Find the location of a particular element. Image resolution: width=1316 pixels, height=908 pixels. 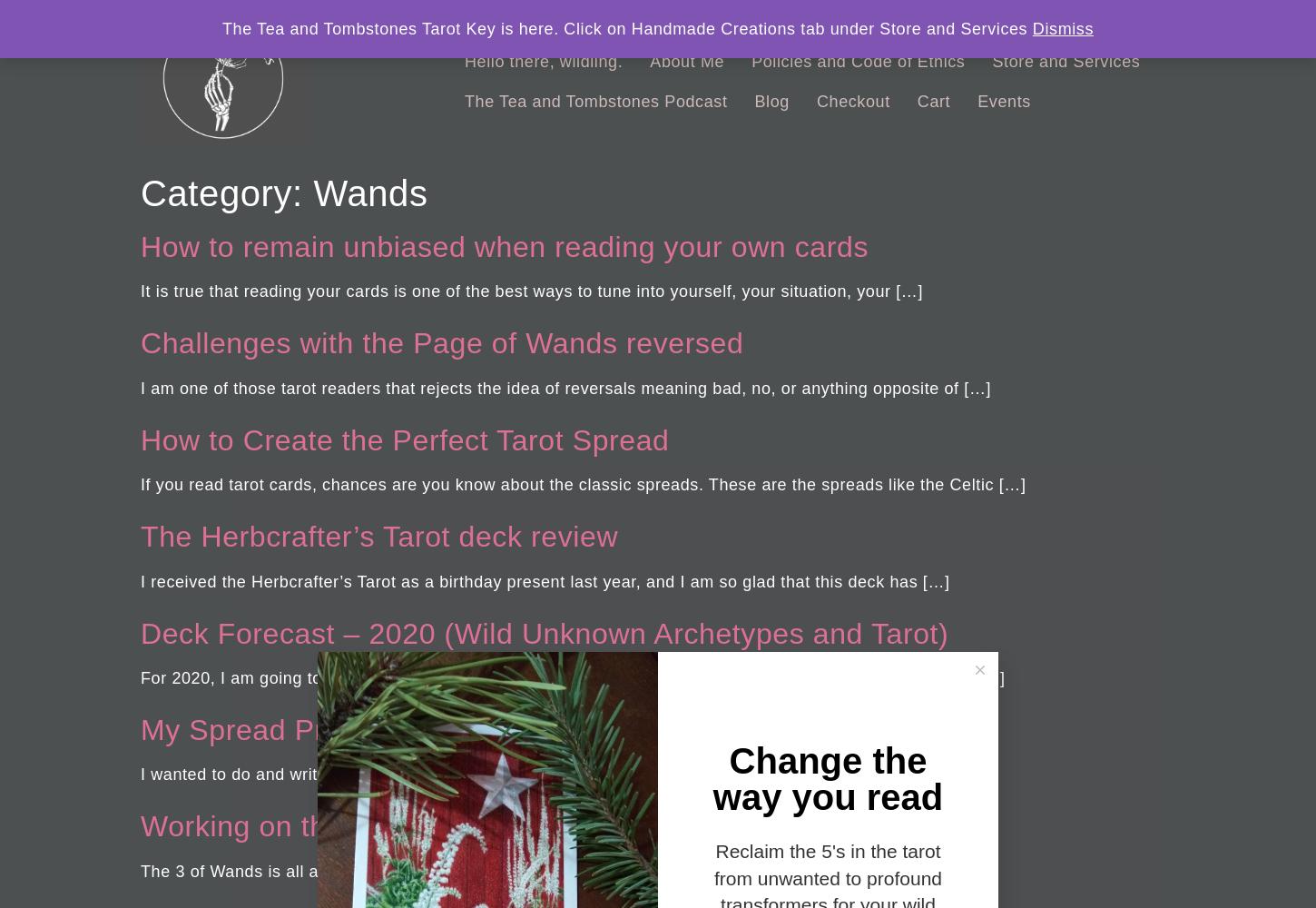

'The 3 of Wands is all about stepping into your present to forge your future. This means that you need […]' is located at coordinates (548, 870).